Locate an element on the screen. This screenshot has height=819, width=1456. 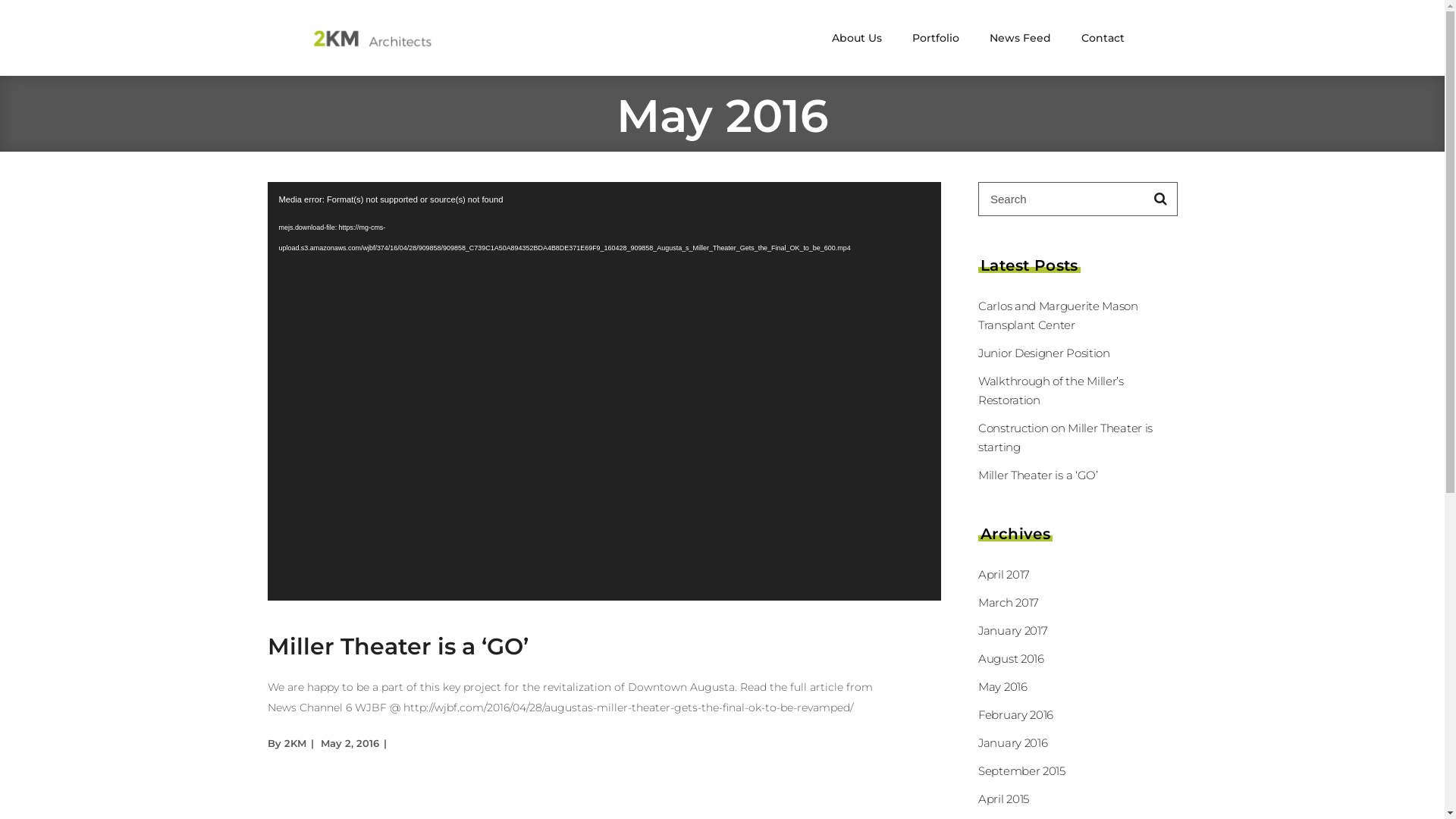
'August 2016' is located at coordinates (1011, 657).